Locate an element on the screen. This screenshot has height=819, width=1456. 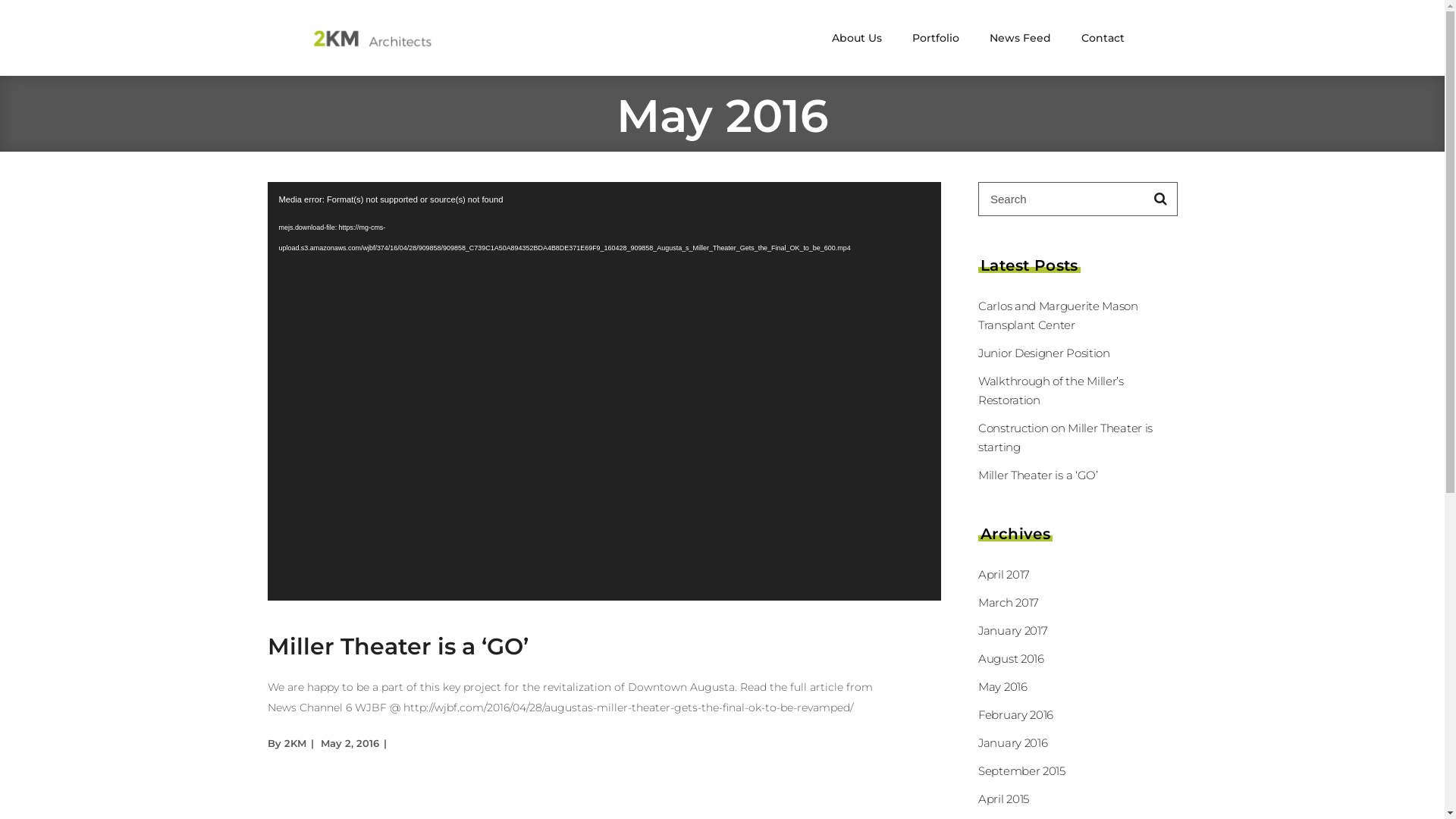
'August 2016' is located at coordinates (1011, 657).